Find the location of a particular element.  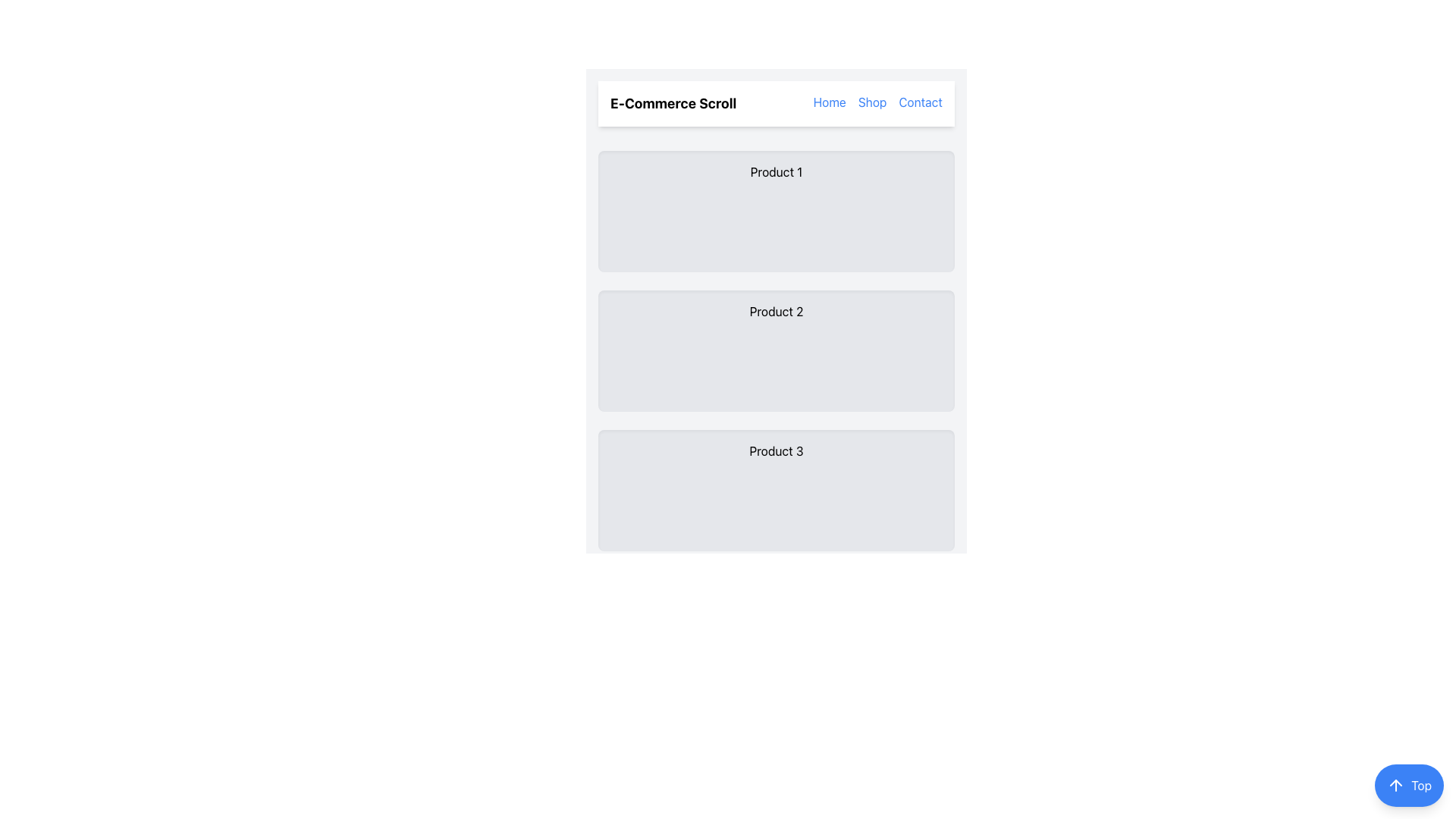

the 'Shop' hyperlink in the top-right navigation bar is located at coordinates (872, 102).